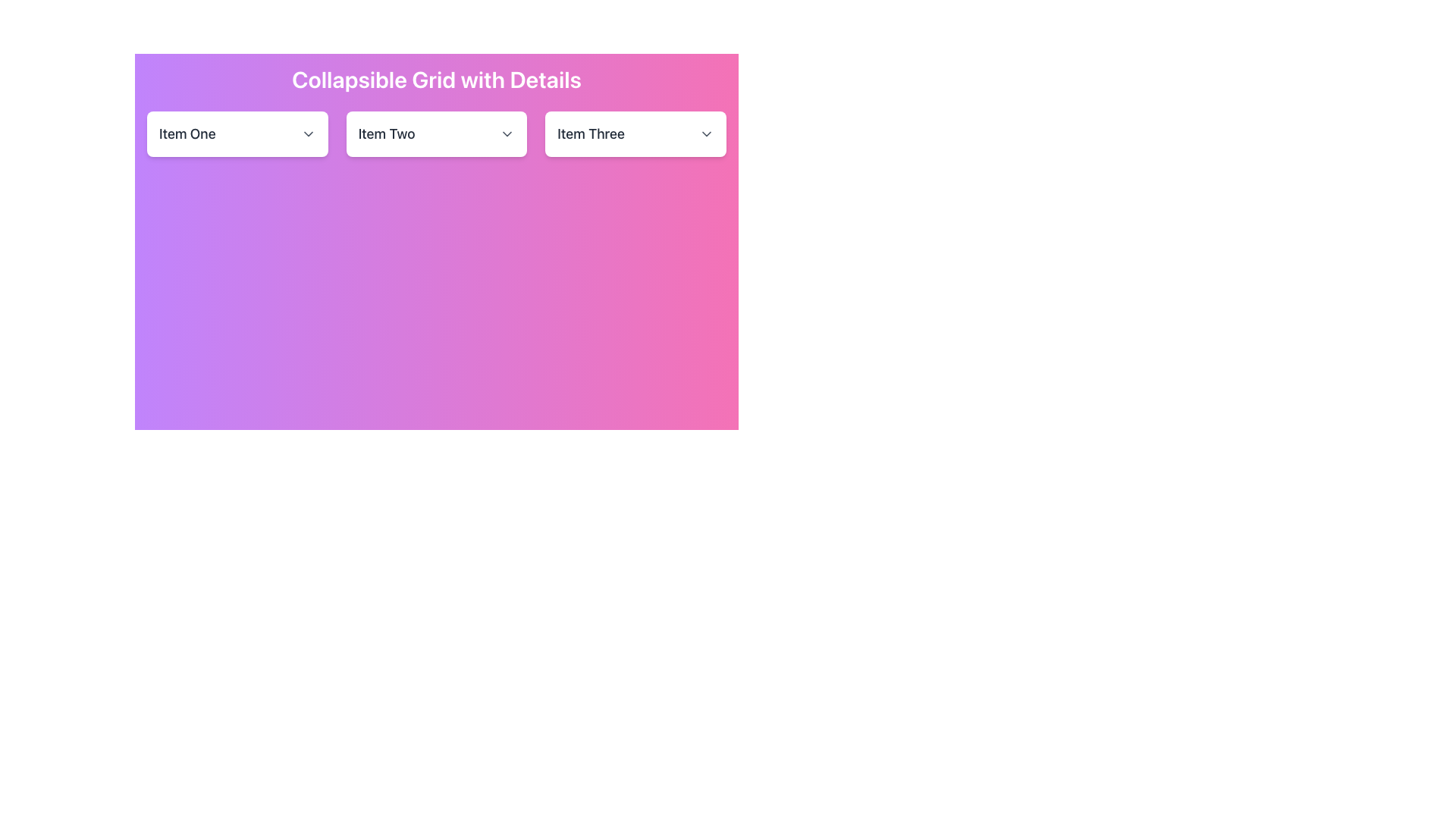 Image resolution: width=1456 pixels, height=819 pixels. I want to click on the dropdown trigger located to the right of the 'Item One' label, so click(307, 133).